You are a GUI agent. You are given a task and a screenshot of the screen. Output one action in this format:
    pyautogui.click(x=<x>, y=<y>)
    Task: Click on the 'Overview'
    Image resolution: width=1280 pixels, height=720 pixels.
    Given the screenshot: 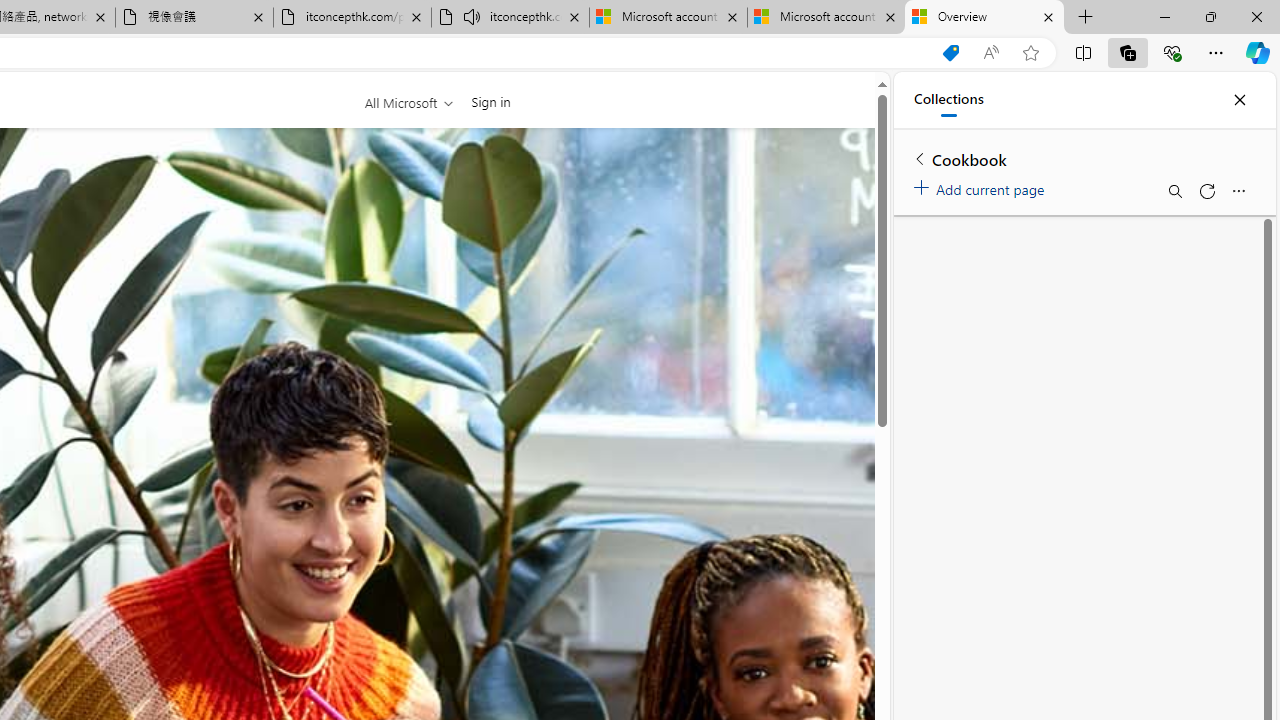 What is the action you would take?
    pyautogui.click(x=984, y=17)
    